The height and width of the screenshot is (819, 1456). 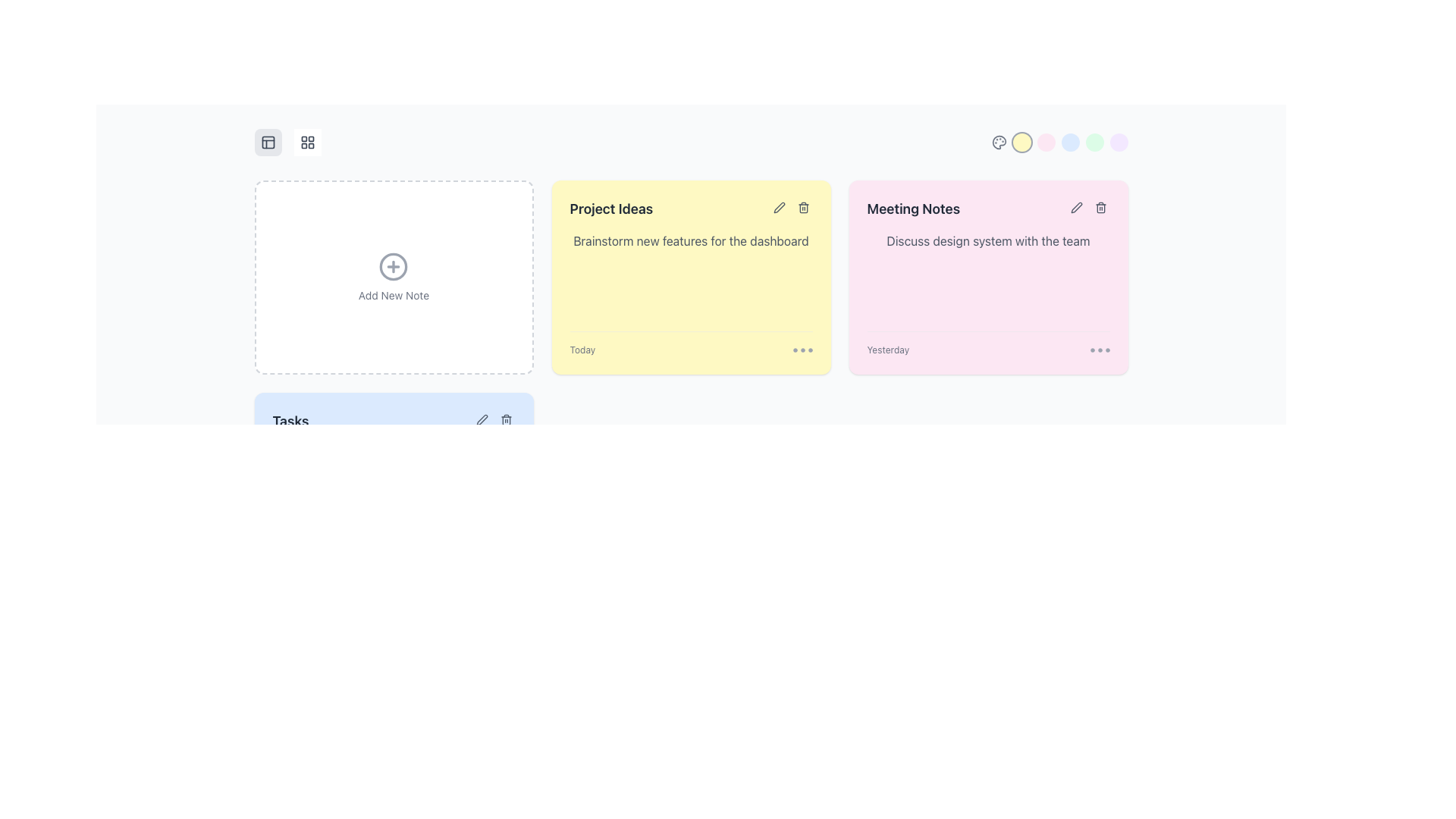 I want to click on the Icon button in the top-right corner of the 'Meeting Notes' card to initiate editing of the card content, so click(x=1075, y=207).